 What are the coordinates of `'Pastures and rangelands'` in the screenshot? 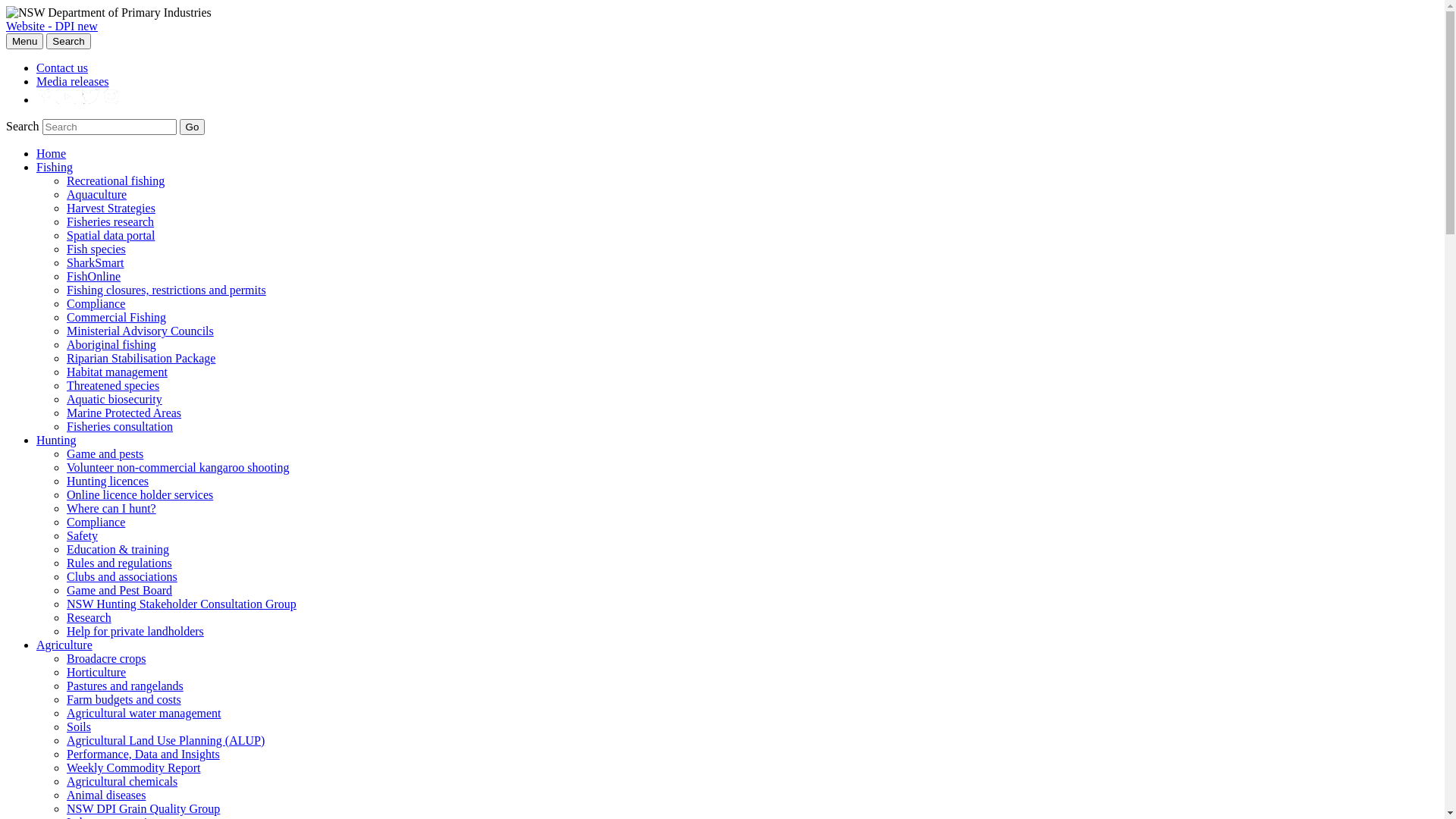 It's located at (65, 686).